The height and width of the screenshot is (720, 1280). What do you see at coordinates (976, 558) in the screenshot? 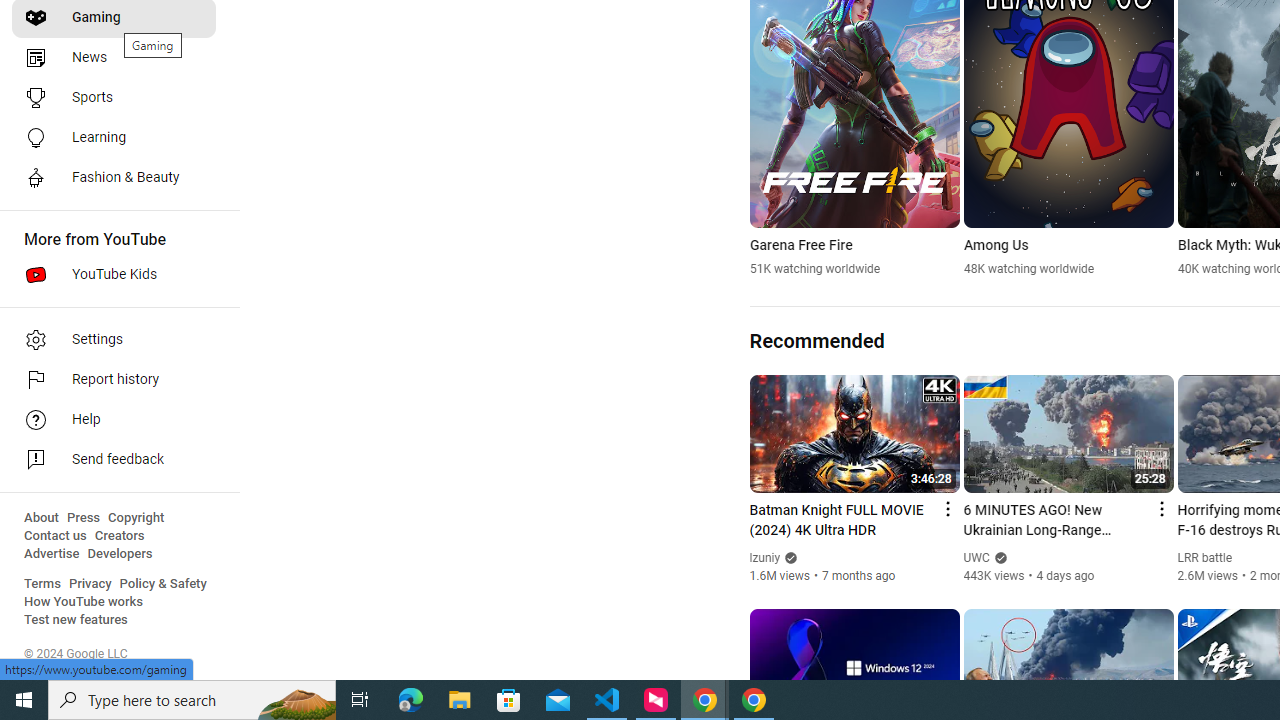
I see `'UWC'` at bounding box center [976, 558].